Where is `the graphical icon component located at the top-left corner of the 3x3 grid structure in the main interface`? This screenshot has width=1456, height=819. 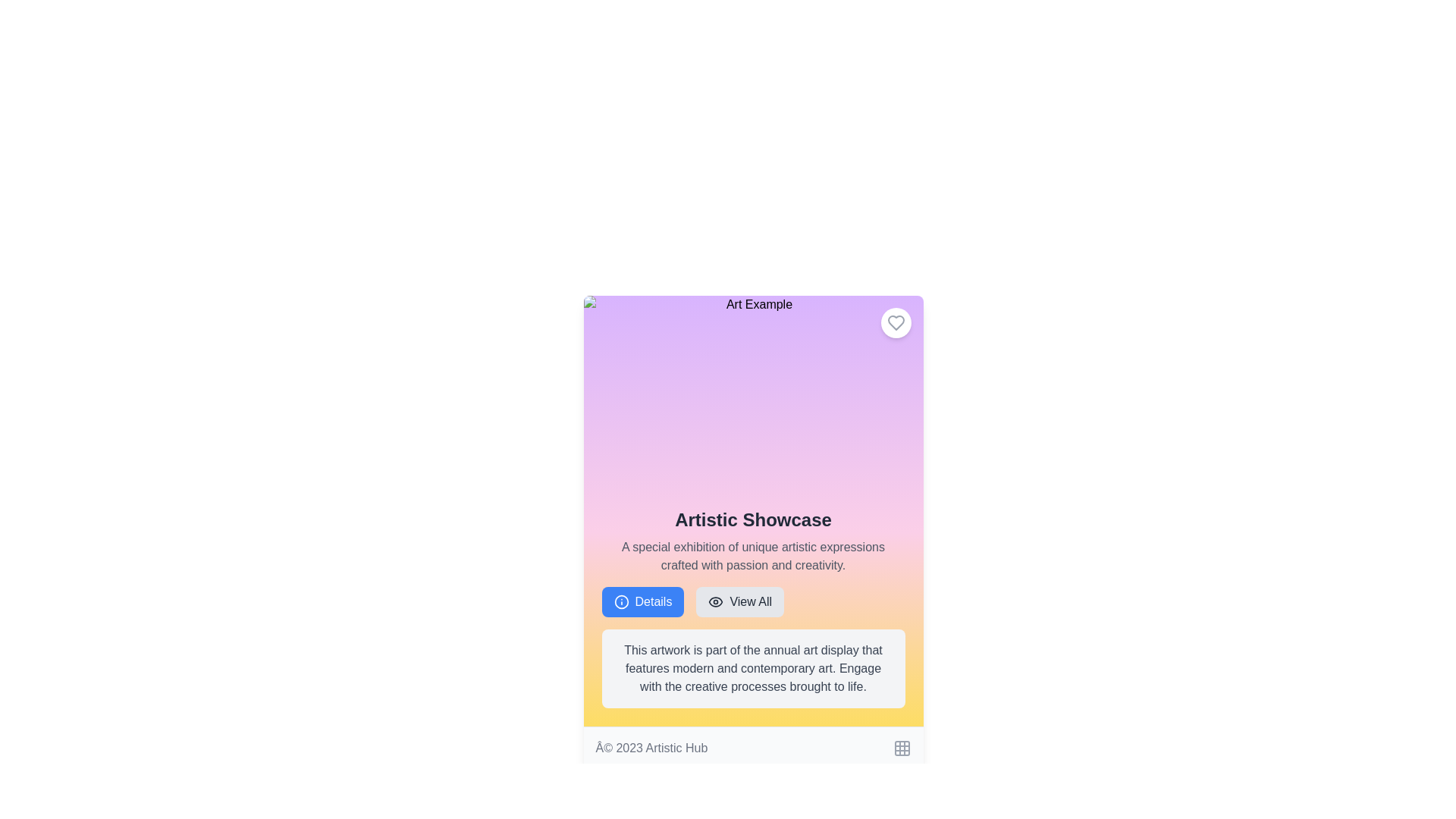 the graphical icon component located at the top-left corner of the 3x3 grid structure in the main interface is located at coordinates (902, 748).